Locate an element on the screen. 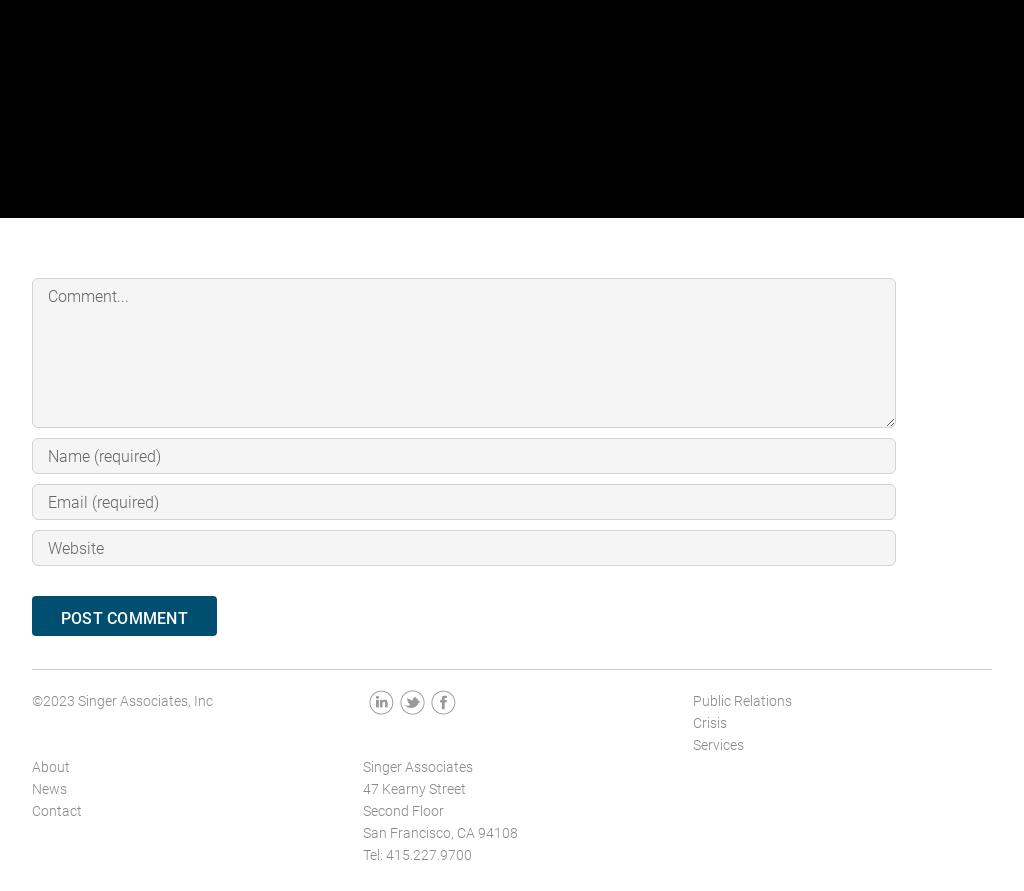 This screenshot has height=891, width=1024. 'News' is located at coordinates (48, 788).